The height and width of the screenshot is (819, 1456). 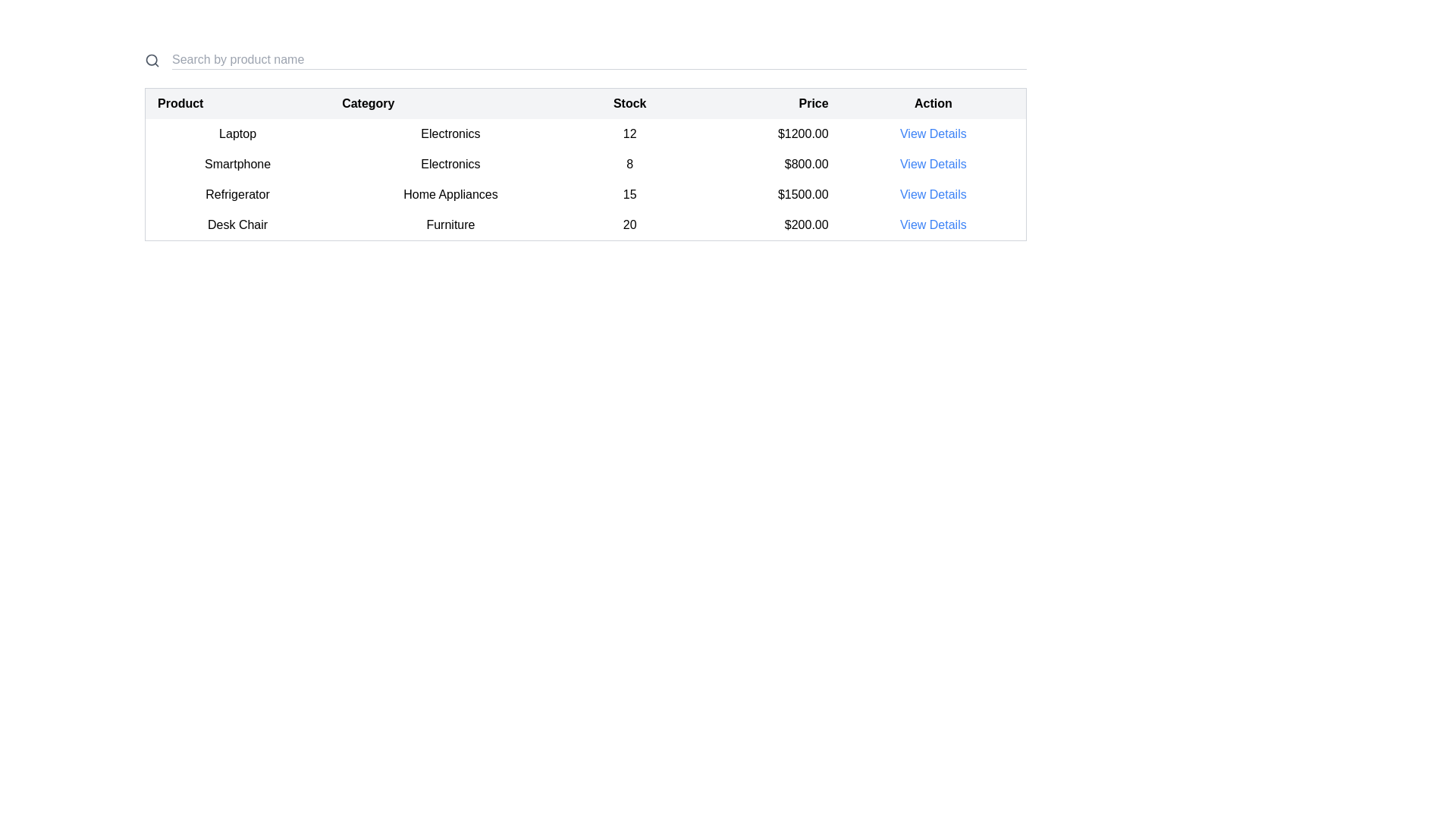 I want to click on the numeric text displaying the value '8' in the 'Stock' column of the tabular interface for the 'Smartphone' item, so click(x=629, y=164).